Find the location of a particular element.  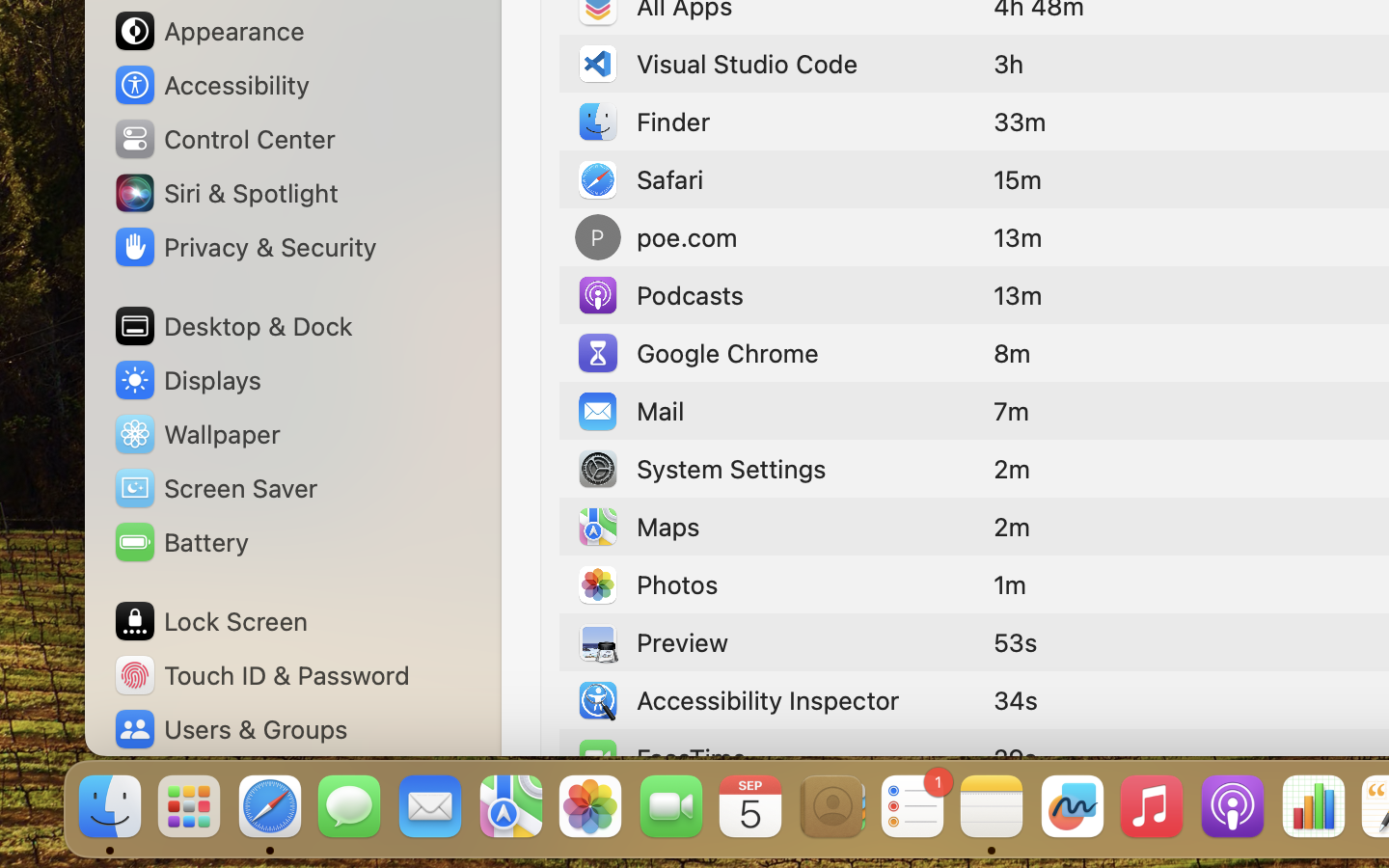

'Touch ID & Password' is located at coordinates (260, 674).